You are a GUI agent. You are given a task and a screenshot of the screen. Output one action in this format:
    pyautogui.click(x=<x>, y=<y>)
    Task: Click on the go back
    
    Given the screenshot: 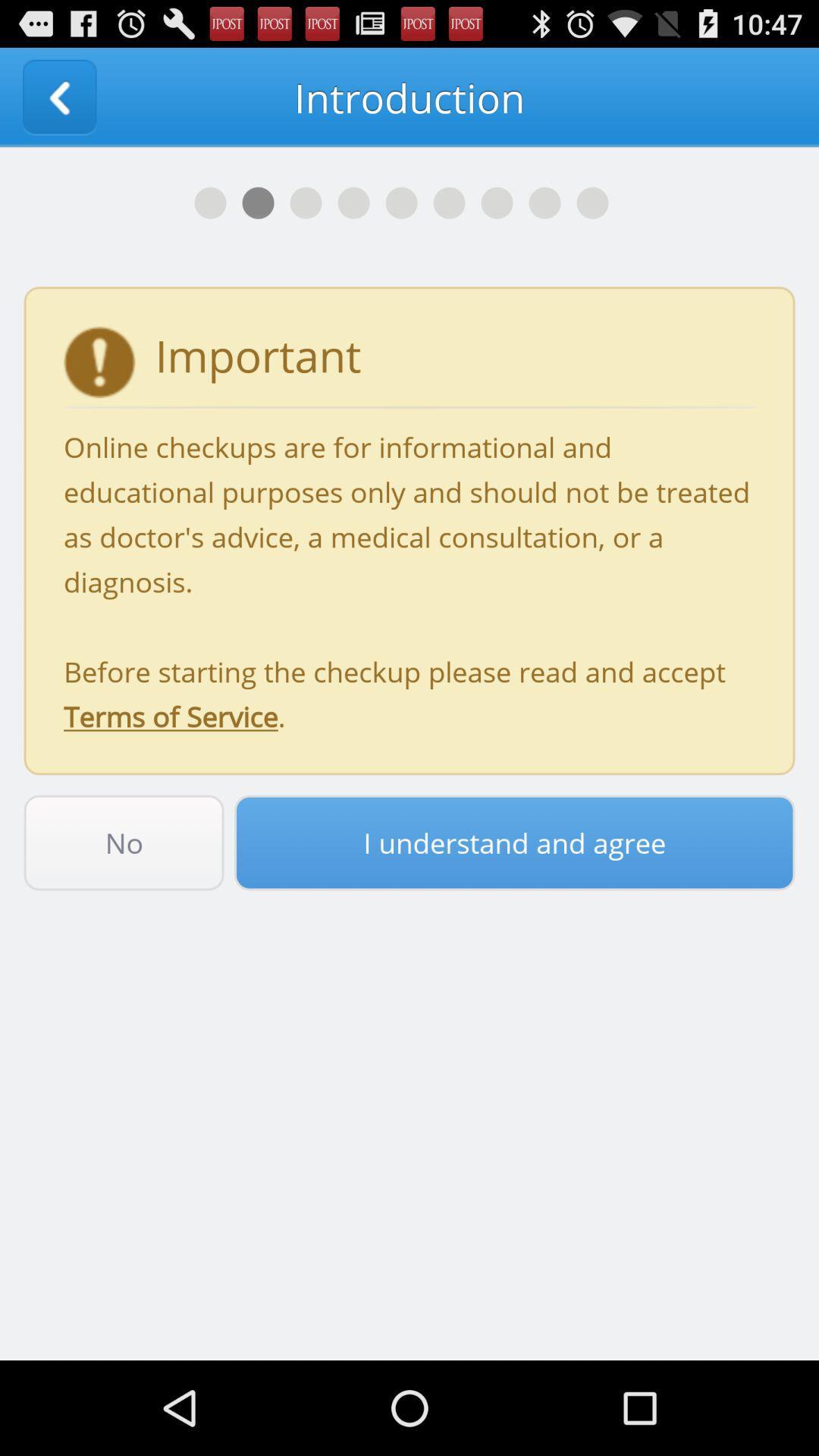 What is the action you would take?
    pyautogui.click(x=58, y=96)
    